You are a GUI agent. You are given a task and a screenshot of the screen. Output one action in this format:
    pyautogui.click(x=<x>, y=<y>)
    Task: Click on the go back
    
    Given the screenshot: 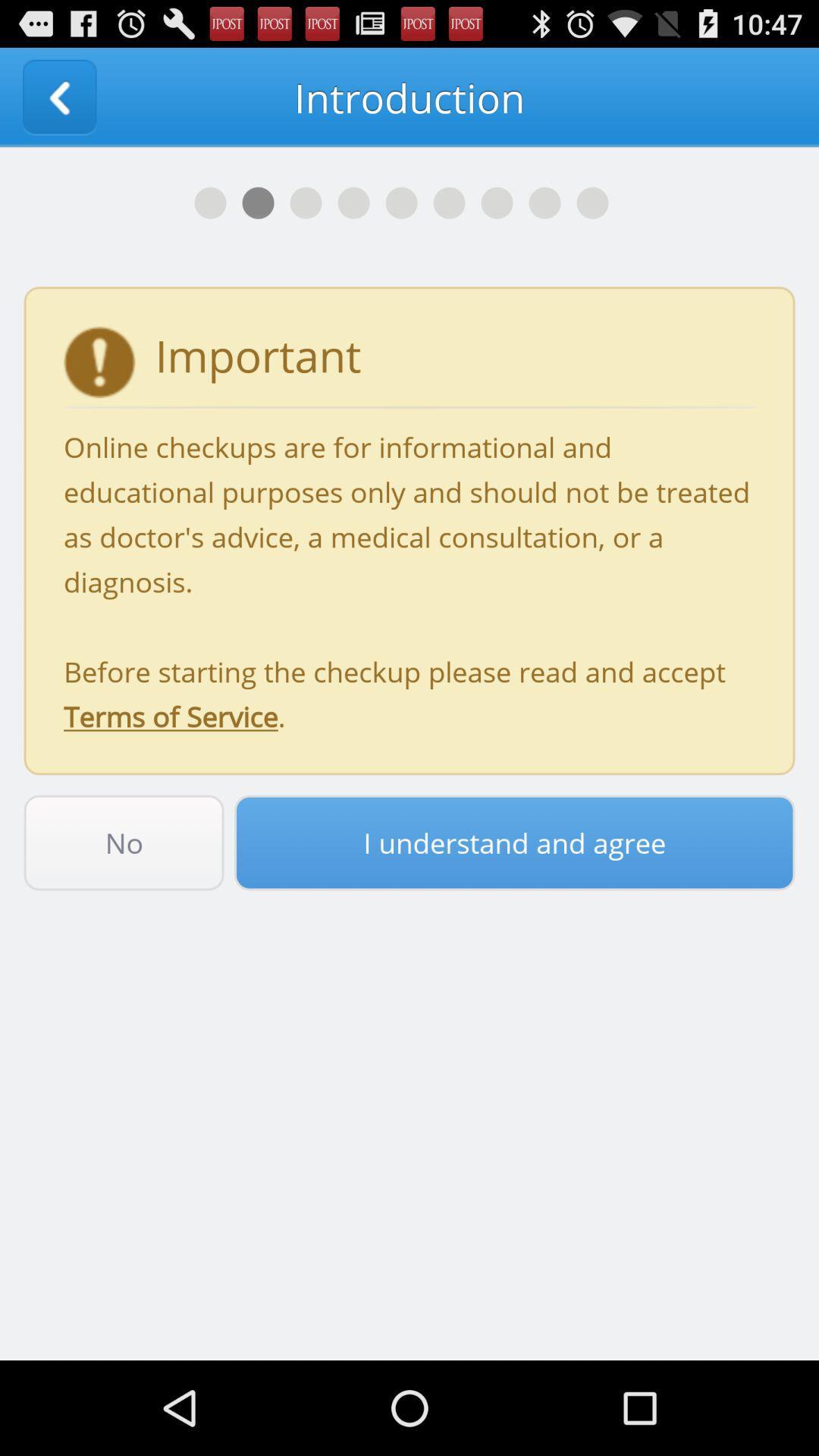 What is the action you would take?
    pyautogui.click(x=58, y=96)
    